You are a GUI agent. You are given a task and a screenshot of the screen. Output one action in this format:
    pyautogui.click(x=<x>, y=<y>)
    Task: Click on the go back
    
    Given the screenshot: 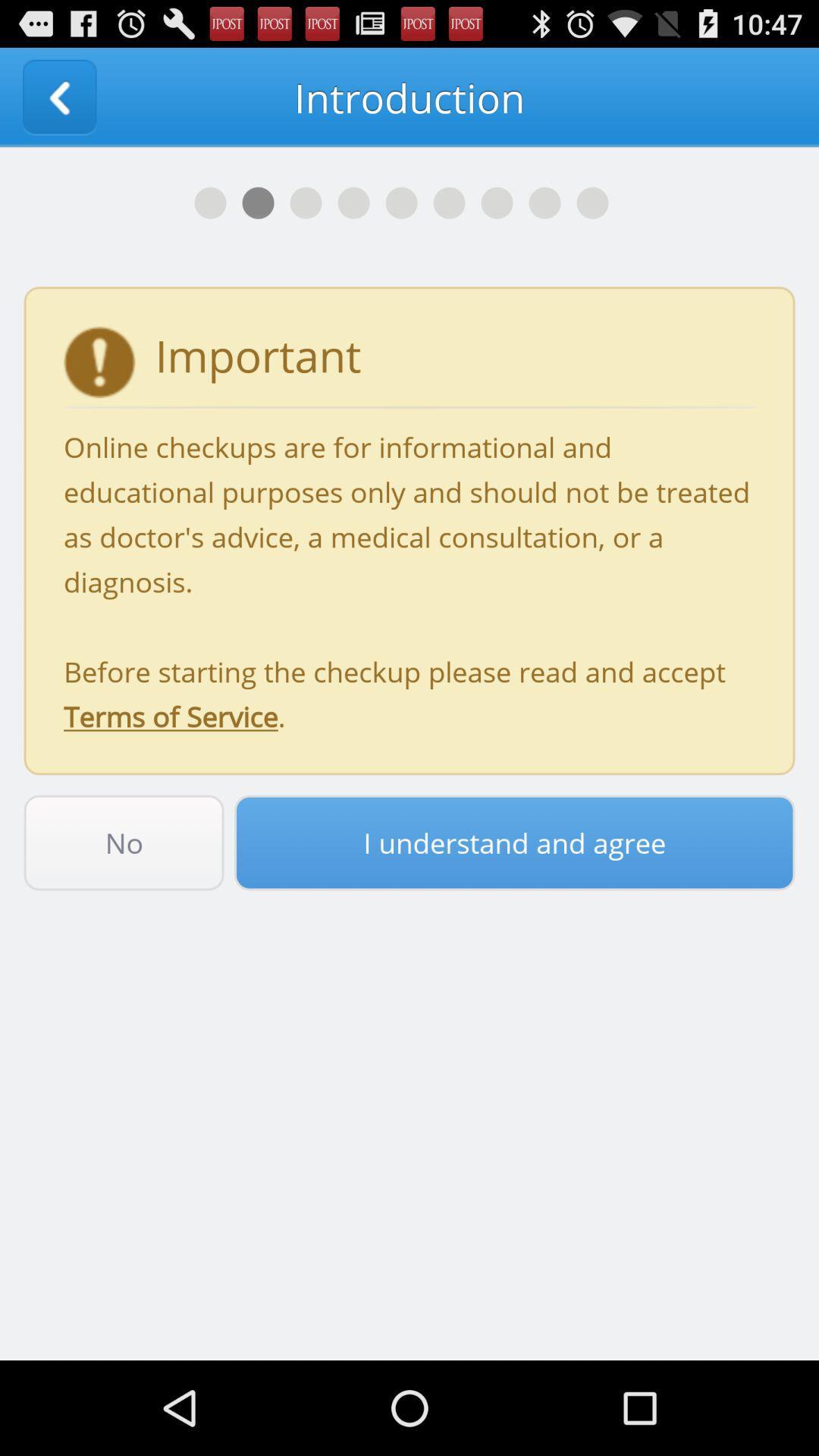 What is the action you would take?
    pyautogui.click(x=58, y=96)
    